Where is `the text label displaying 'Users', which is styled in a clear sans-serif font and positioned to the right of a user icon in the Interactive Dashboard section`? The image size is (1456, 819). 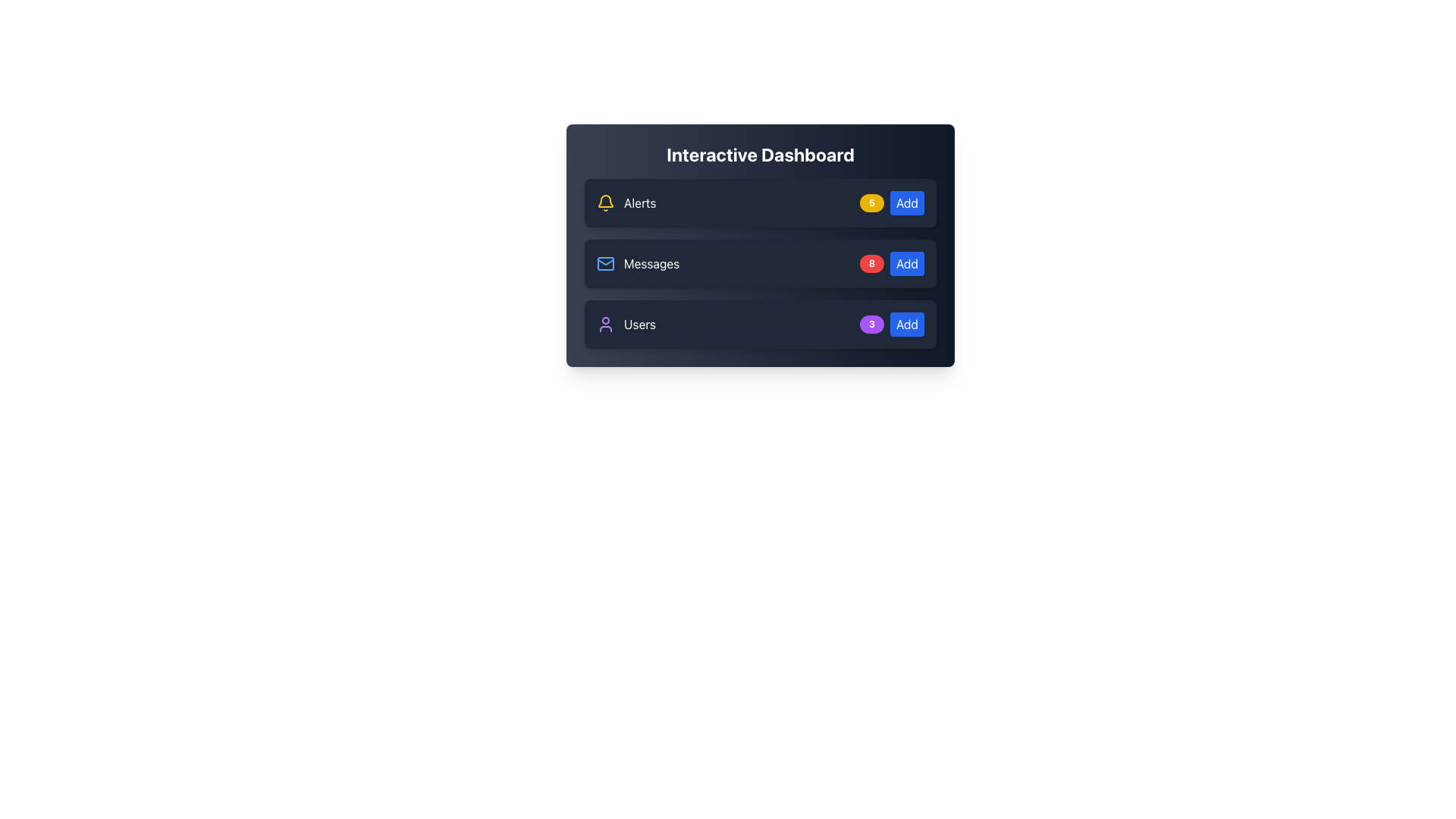
the text label displaying 'Users', which is styled in a clear sans-serif font and positioned to the right of a user icon in the Interactive Dashboard section is located at coordinates (640, 324).